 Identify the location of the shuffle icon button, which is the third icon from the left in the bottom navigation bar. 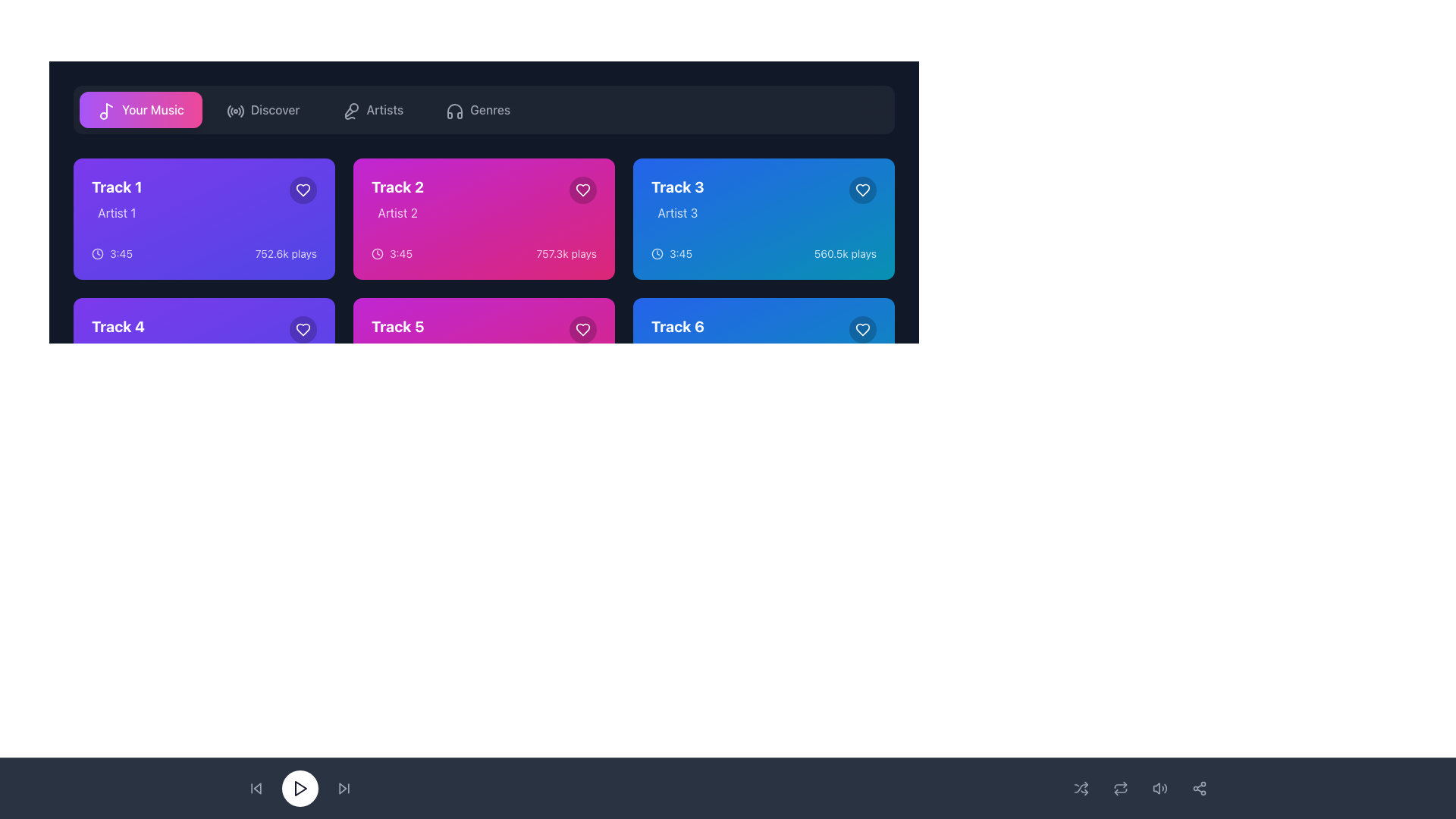
(1080, 788).